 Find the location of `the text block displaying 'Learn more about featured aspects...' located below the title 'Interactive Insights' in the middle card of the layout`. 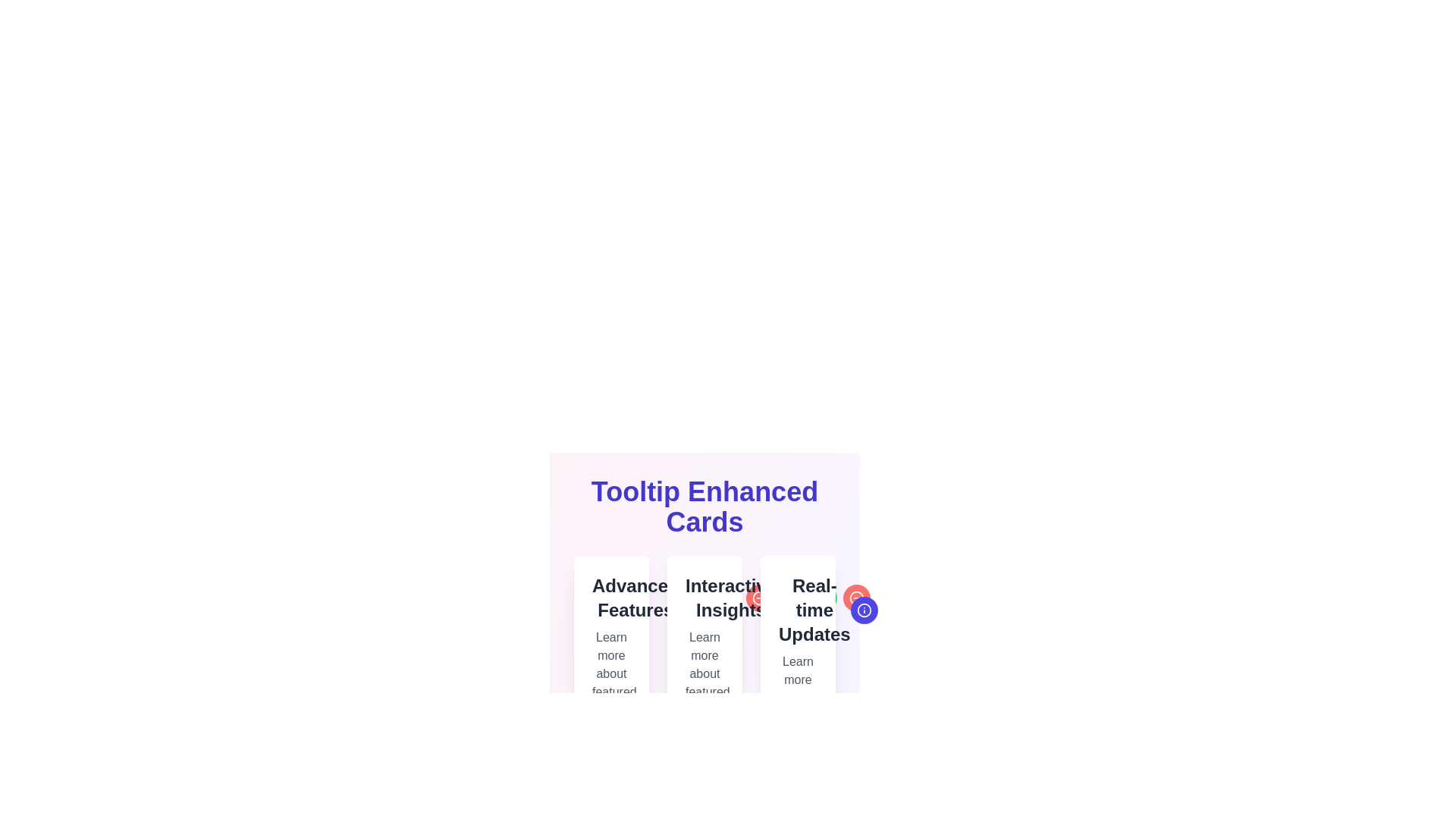

the text block displaying 'Learn more about featured aspects...' located below the title 'Interactive Insights' in the middle card of the layout is located at coordinates (704, 673).